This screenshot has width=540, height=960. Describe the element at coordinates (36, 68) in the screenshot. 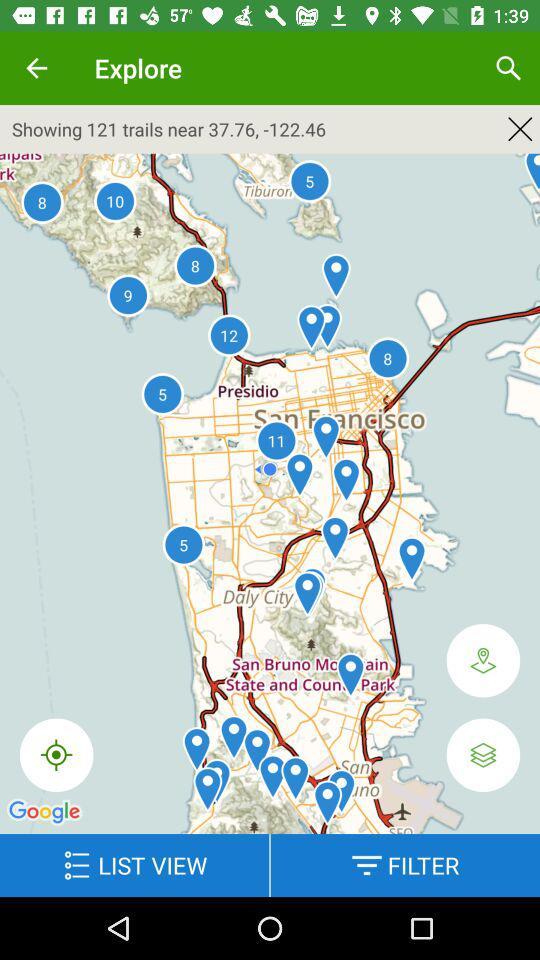

I see `icon next to explore` at that location.